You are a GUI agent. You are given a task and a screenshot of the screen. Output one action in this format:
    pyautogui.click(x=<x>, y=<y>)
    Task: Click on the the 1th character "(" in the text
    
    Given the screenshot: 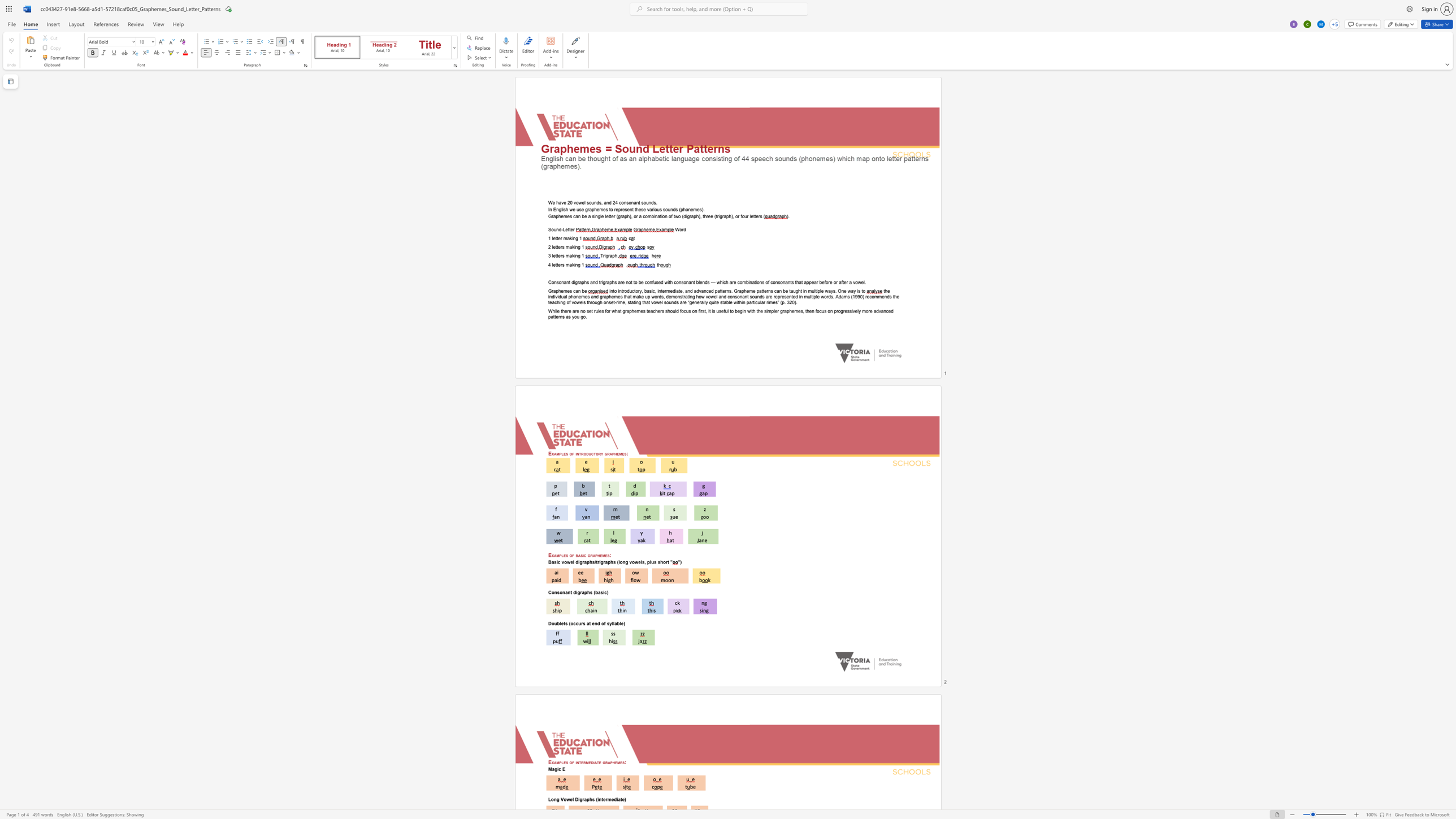 What is the action you would take?
    pyautogui.click(x=594, y=592)
    